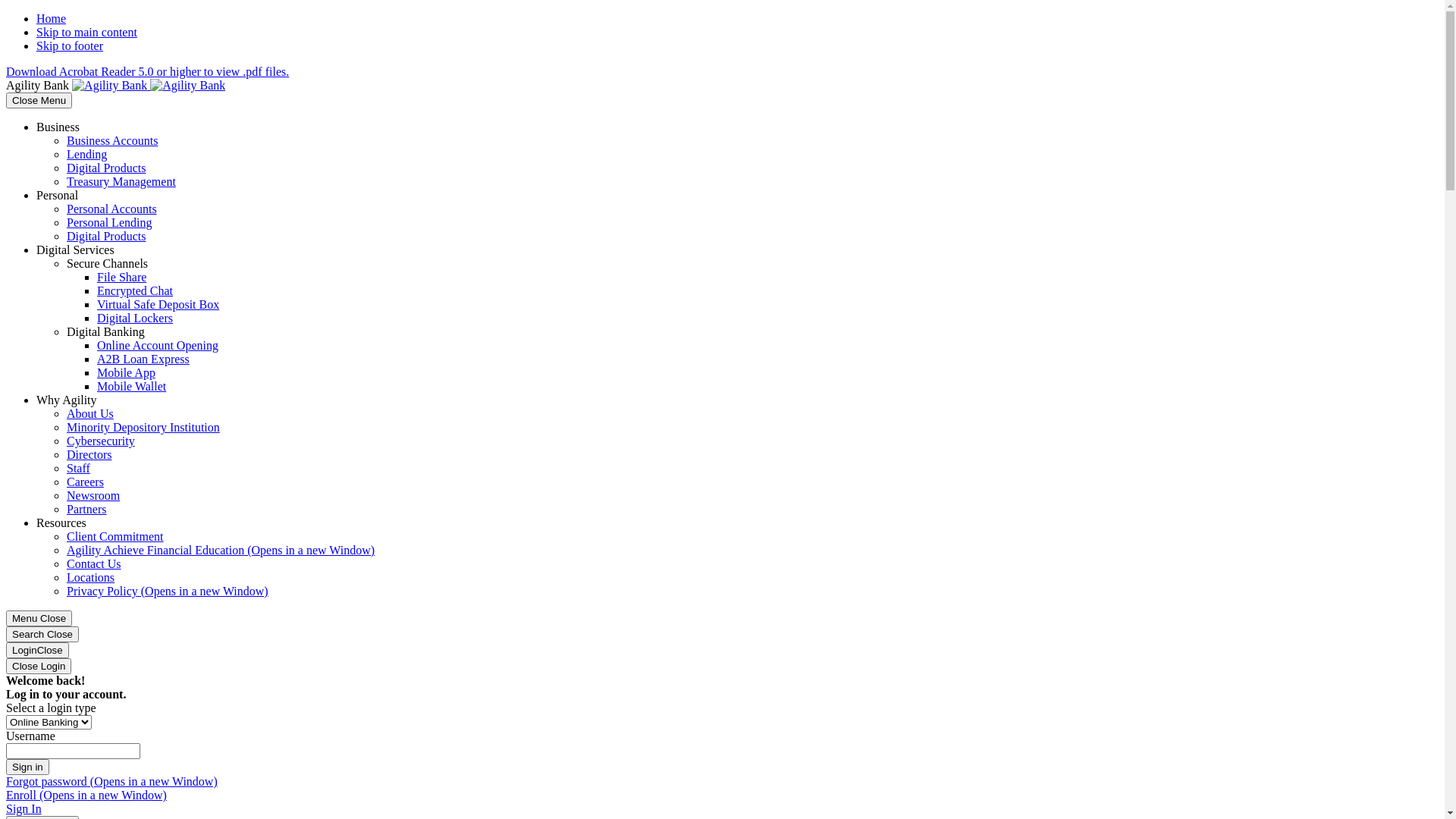 Image resolution: width=1456 pixels, height=819 pixels. Describe the element at coordinates (37, 649) in the screenshot. I see `'LoginClose'` at that location.